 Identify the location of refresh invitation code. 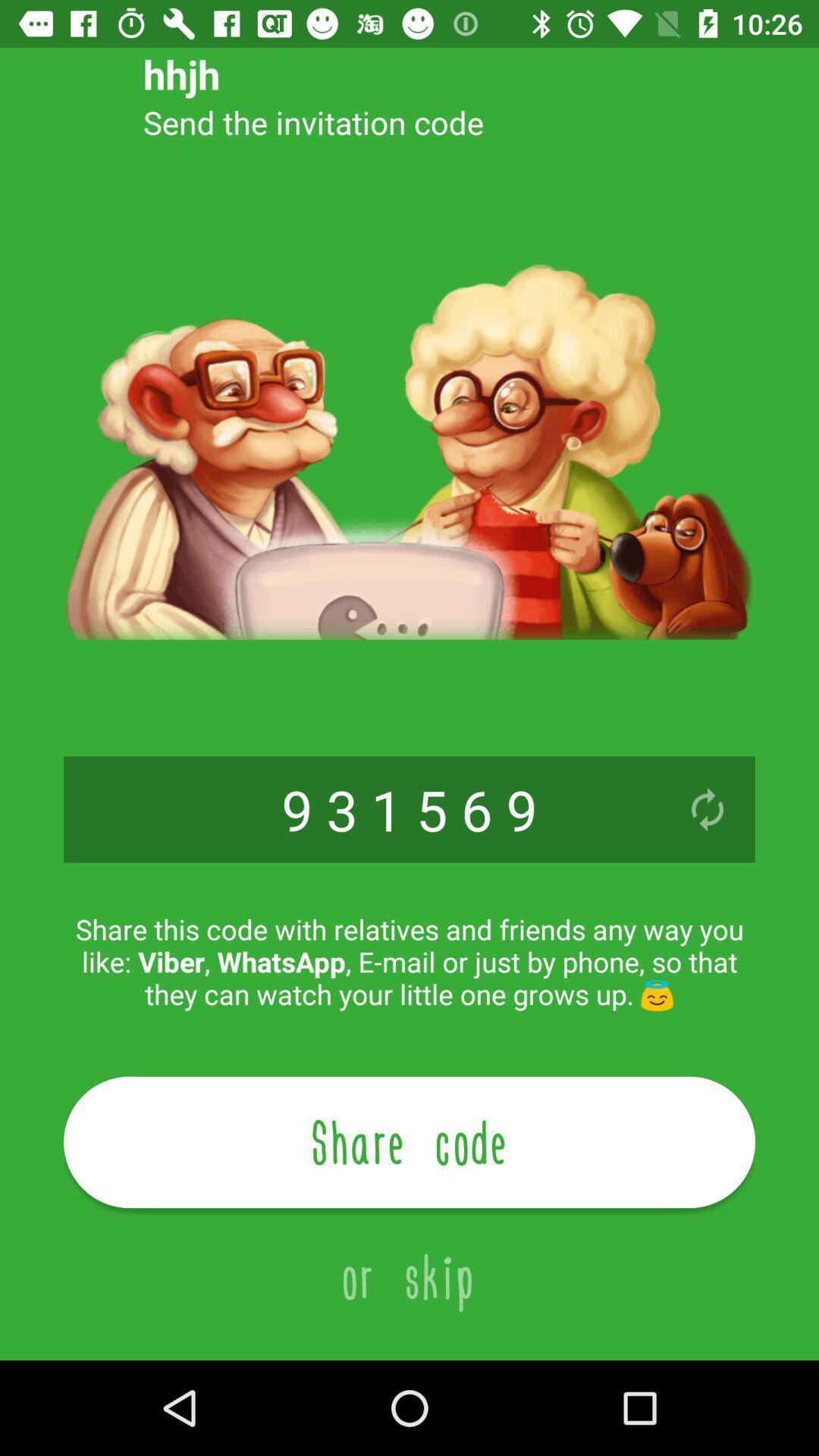
(708, 808).